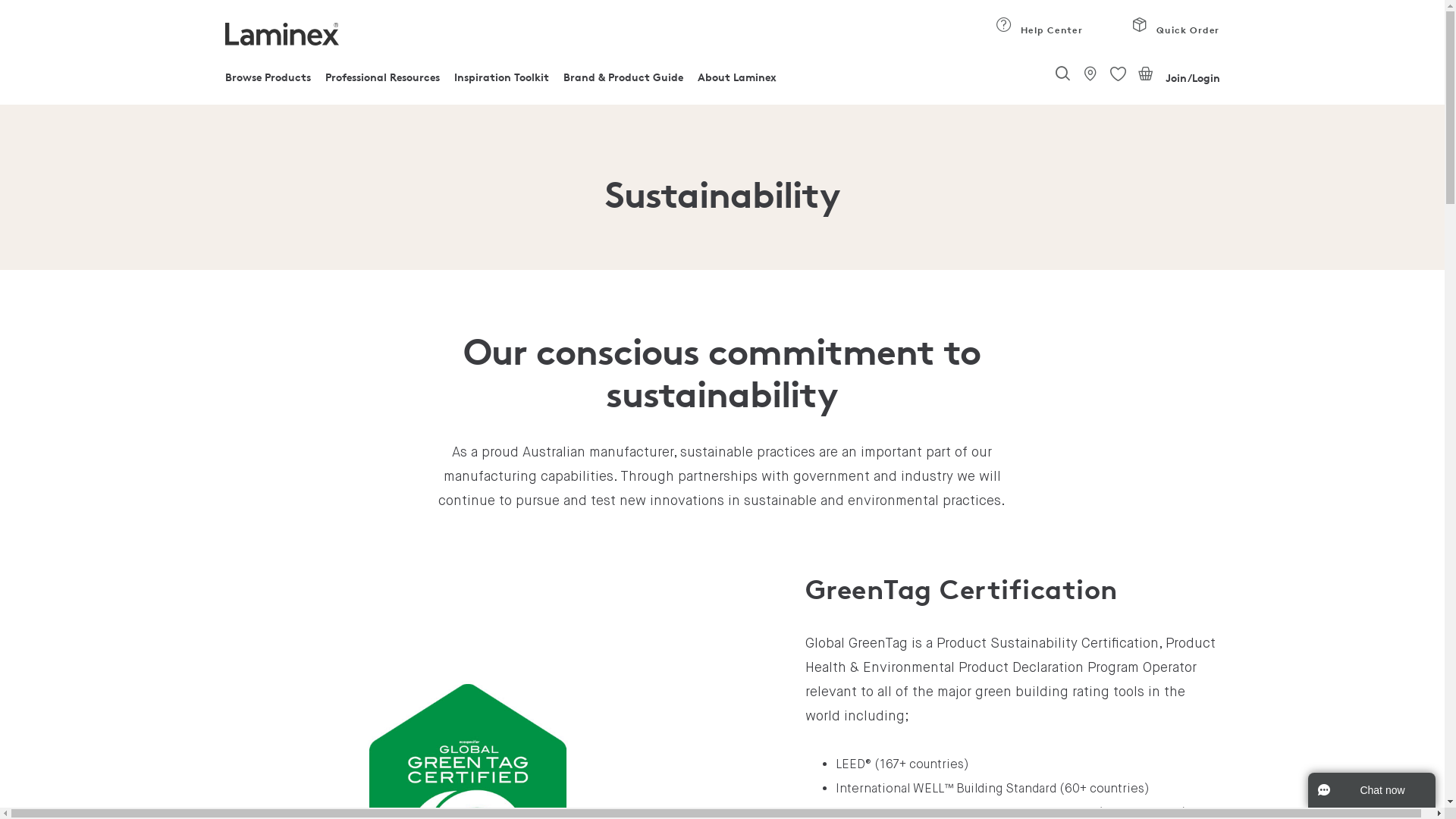  What do you see at coordinates (1062, 75) in the screenshot?
I see `'Search for products or content'` at bounding box center [1062, 75].